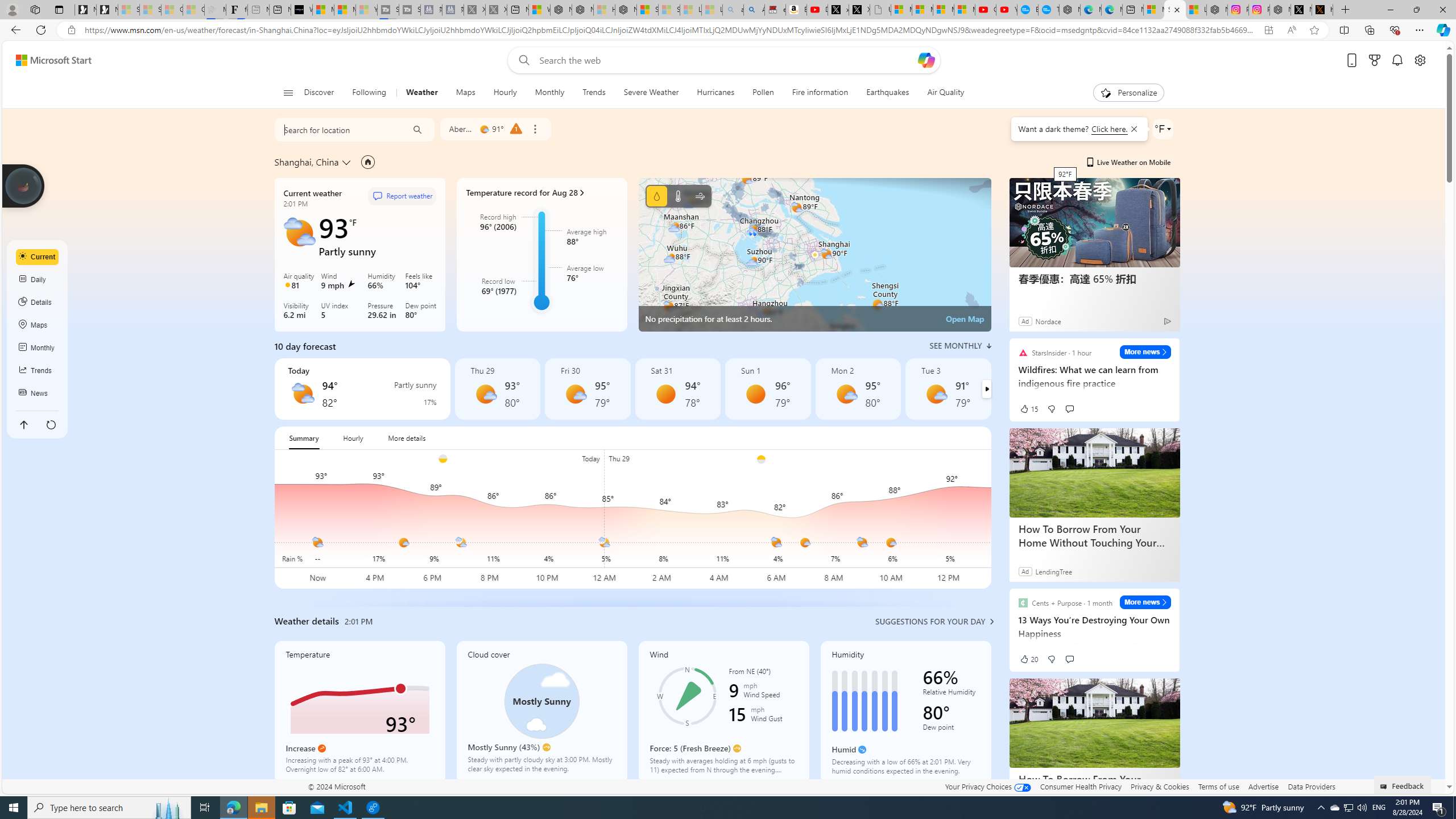 This screenshot has width=1456, height=819. Describe the element at coordinates (651, 92) in the screenshot. I see `'Severe Weather'` at that location.